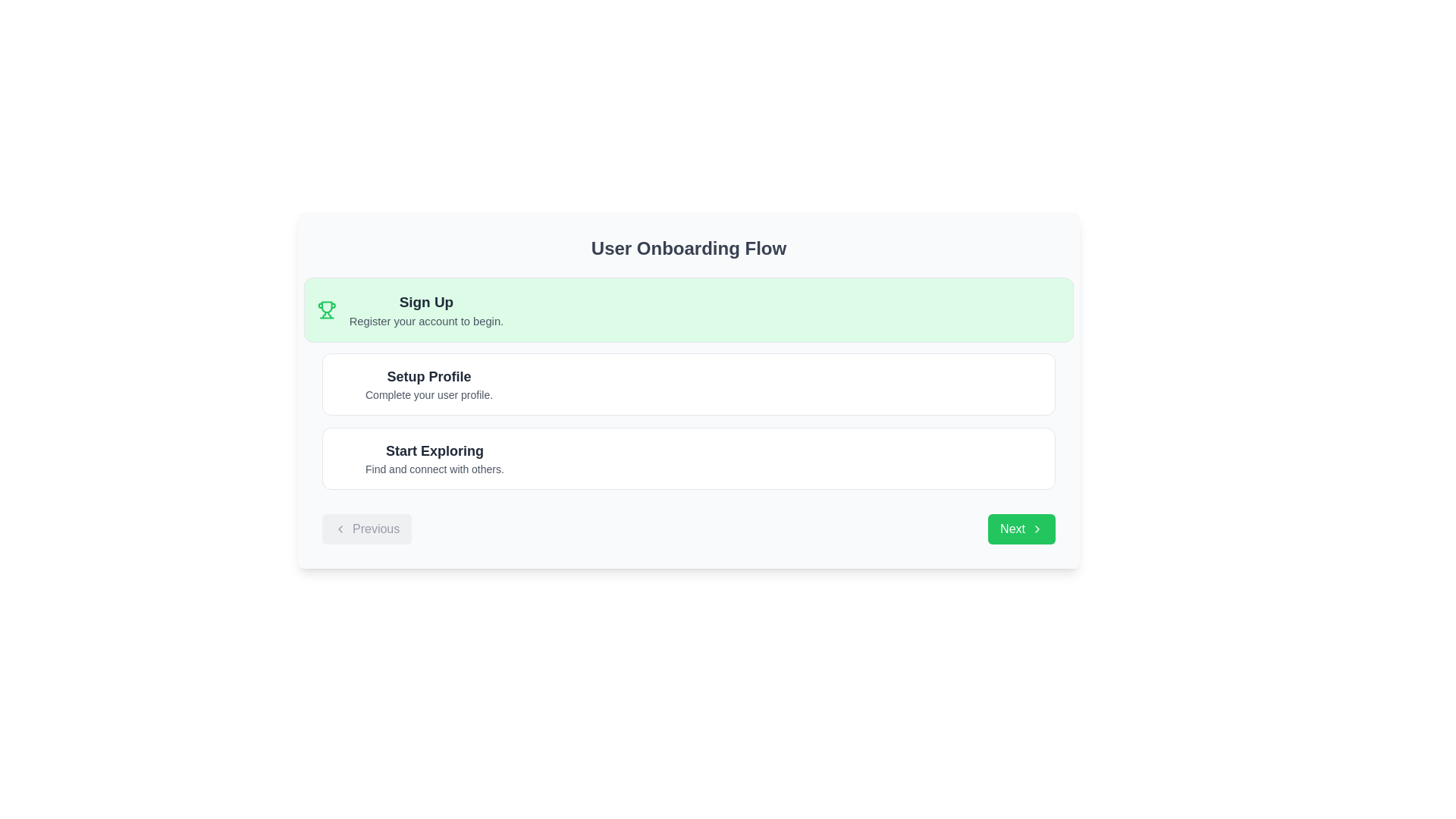  What do you see at coordinates (1037, 529) in the screenshot?
I see `the right-pointing arrow icon with a green background located in the bottom-right corner of the user interface, adjacent to the 'Next' button text` at bounding box center [1037, 529].